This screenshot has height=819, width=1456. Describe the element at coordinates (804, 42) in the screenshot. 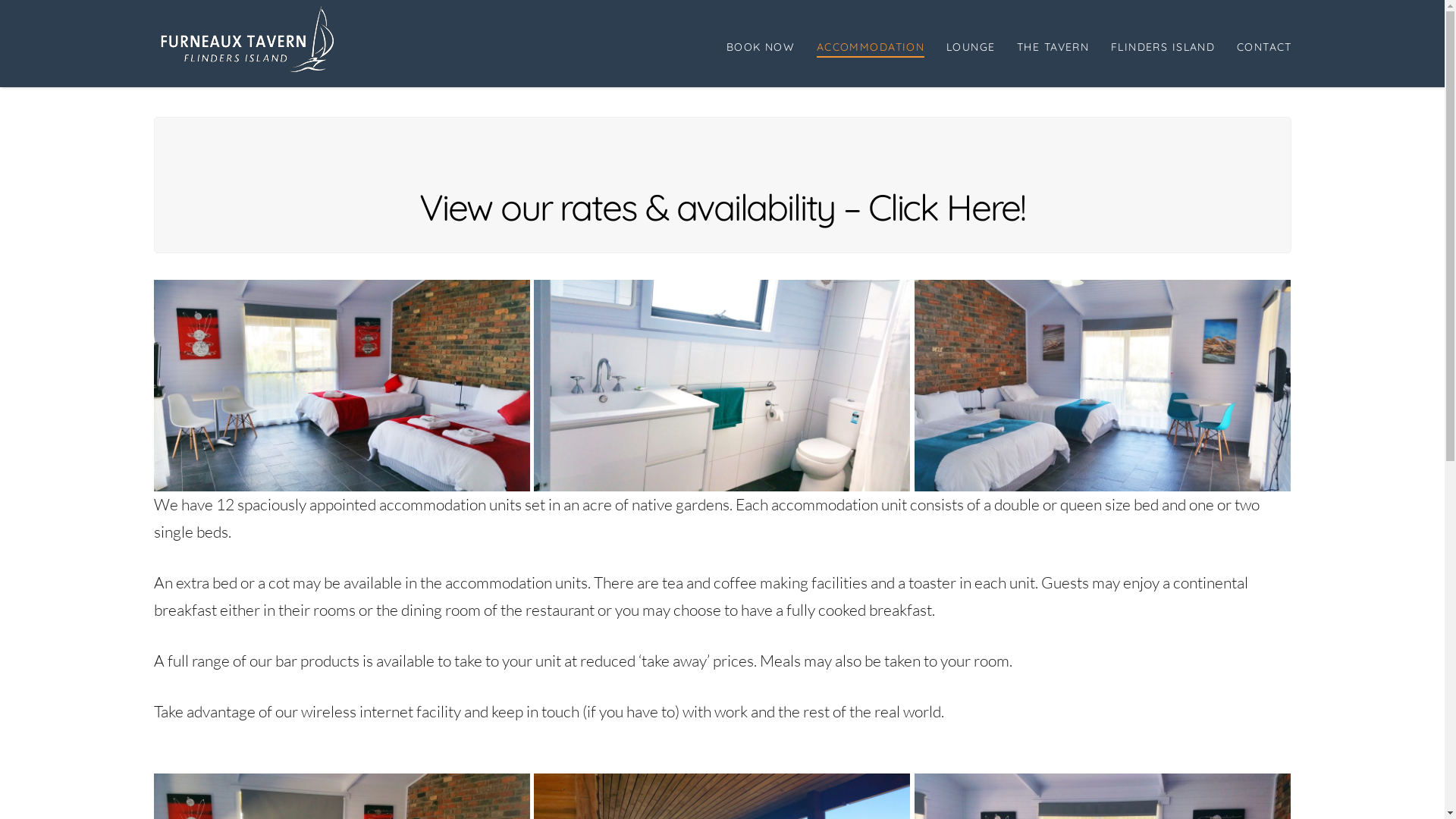

I see `'ACCOMMODATION'` at that location.